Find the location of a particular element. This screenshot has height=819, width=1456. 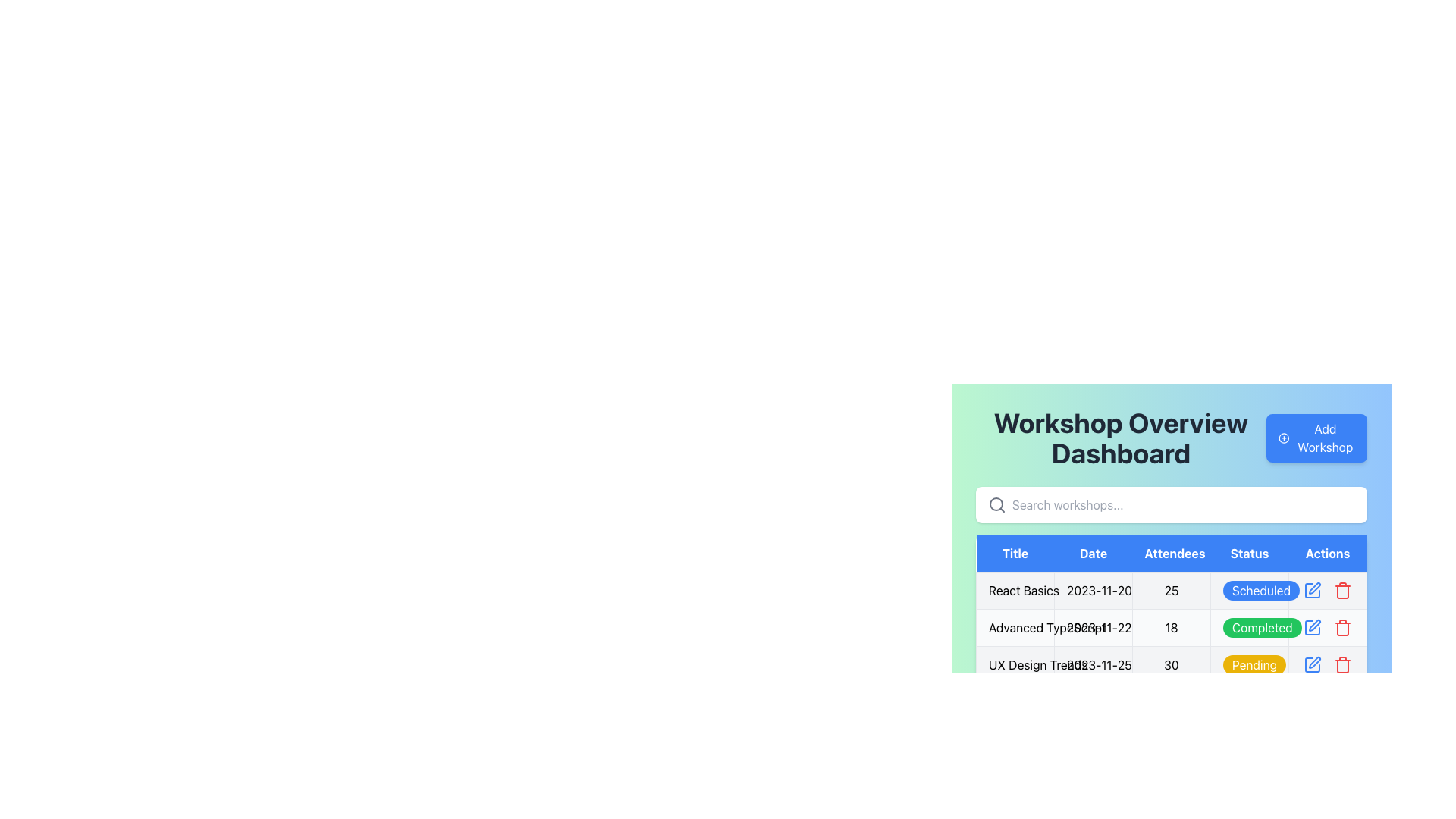

the 'Completed' status indicator for the 'Advanced TypeScript' workshop in the Status column of the data table is located at coordinates (1249, 628).